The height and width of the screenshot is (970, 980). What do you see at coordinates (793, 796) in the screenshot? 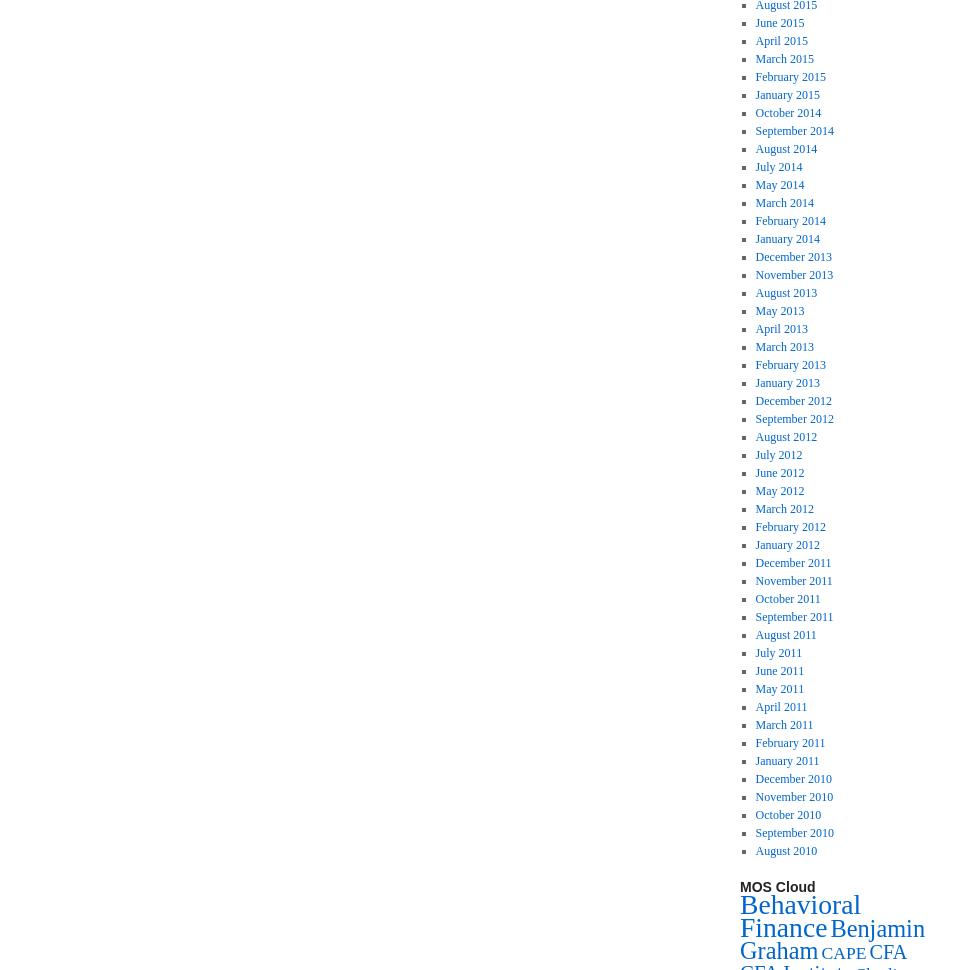
I see `'November 2010'` at bounding box center [793, 796].